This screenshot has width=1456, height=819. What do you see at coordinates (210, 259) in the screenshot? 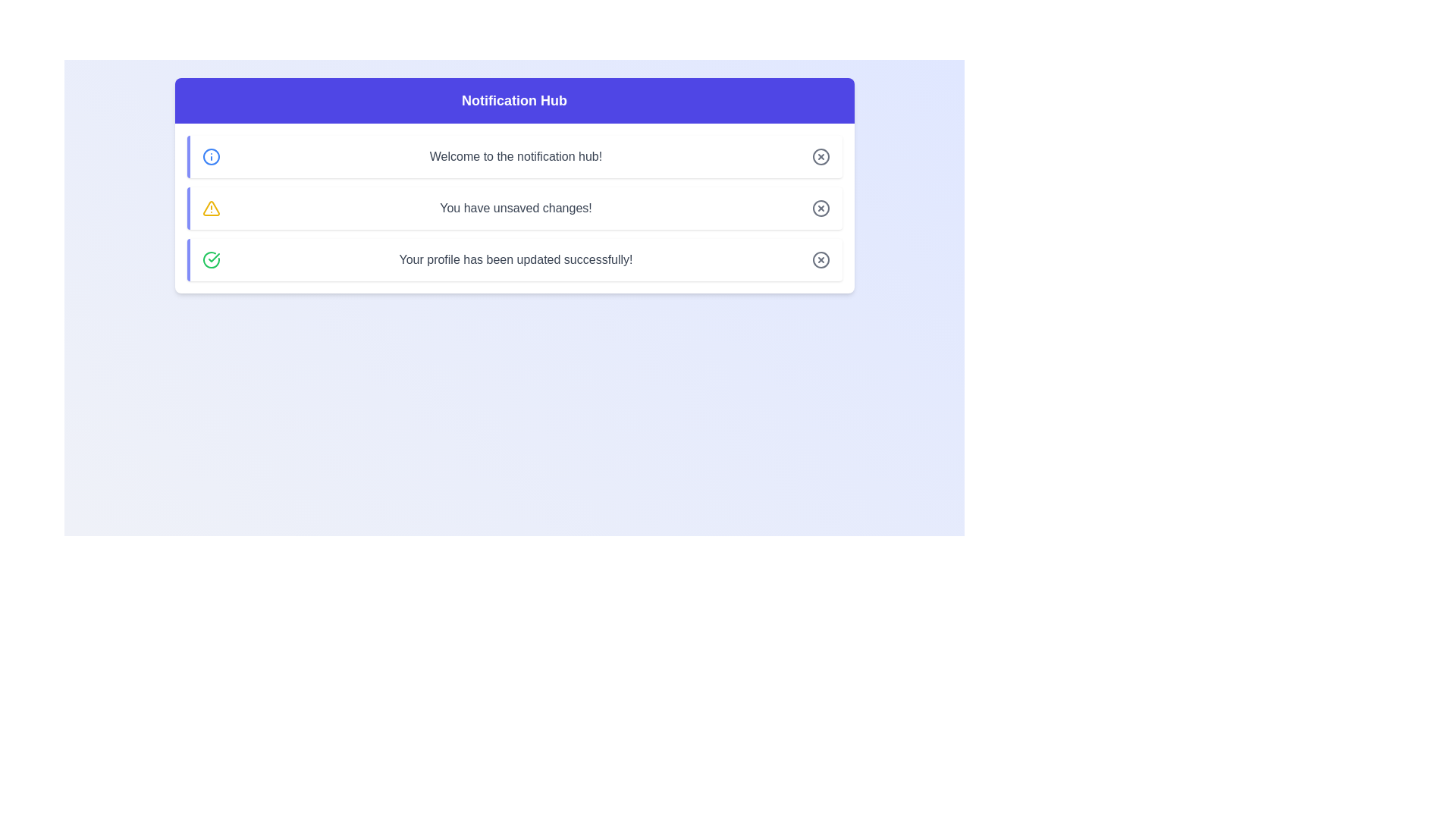
I see `the green circular icon with a check mark inside, indicating a successful action, located in the third notification of the notification panel` at bounding box center [210, 259].